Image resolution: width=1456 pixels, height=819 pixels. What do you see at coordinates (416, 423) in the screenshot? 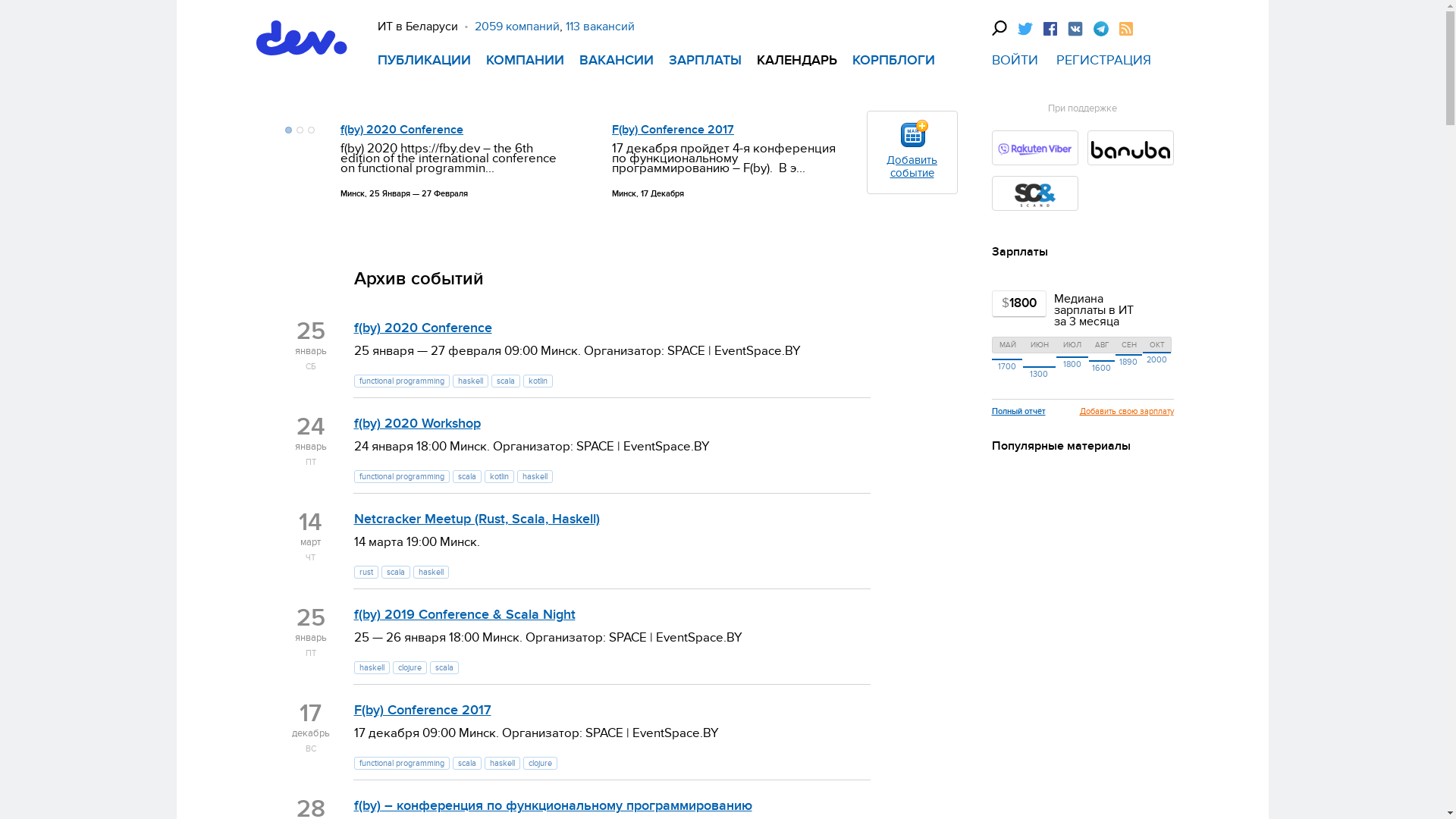
I see `'f(by) 2020 Workshop'` at bounding box center [416, 423].